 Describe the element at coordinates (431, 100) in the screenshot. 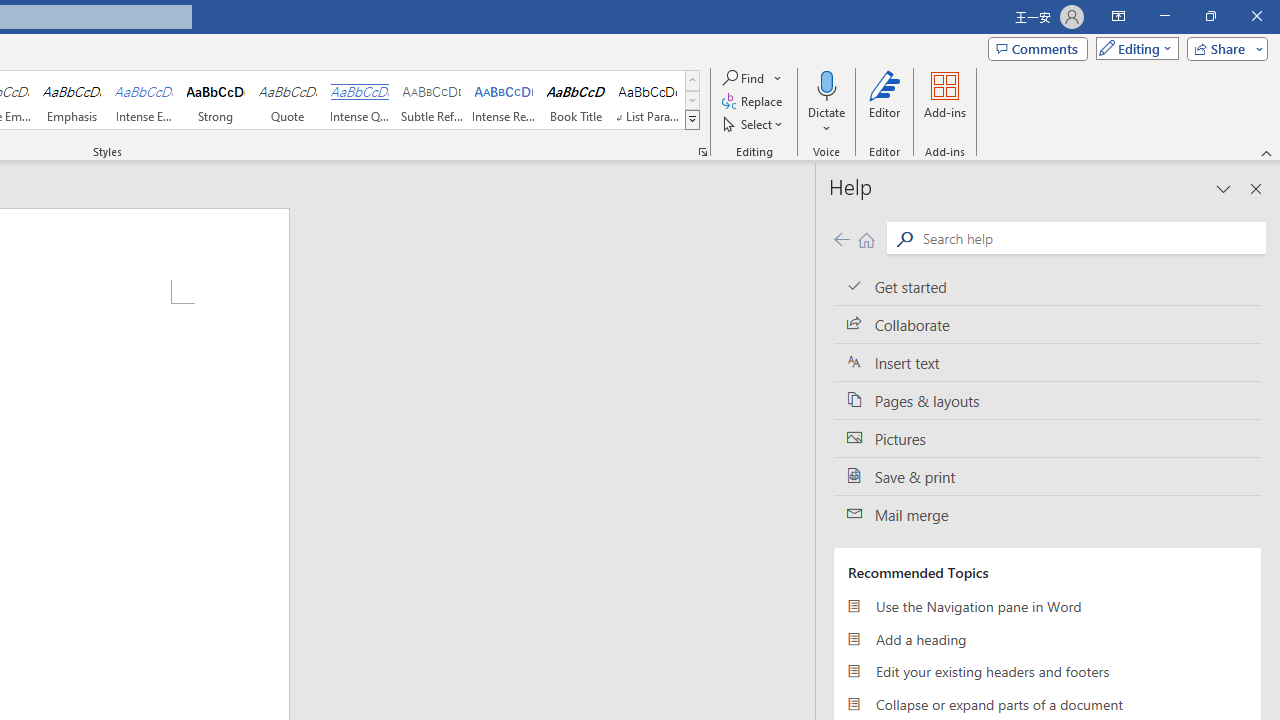

I see `'Subtle Reference'` at that location.